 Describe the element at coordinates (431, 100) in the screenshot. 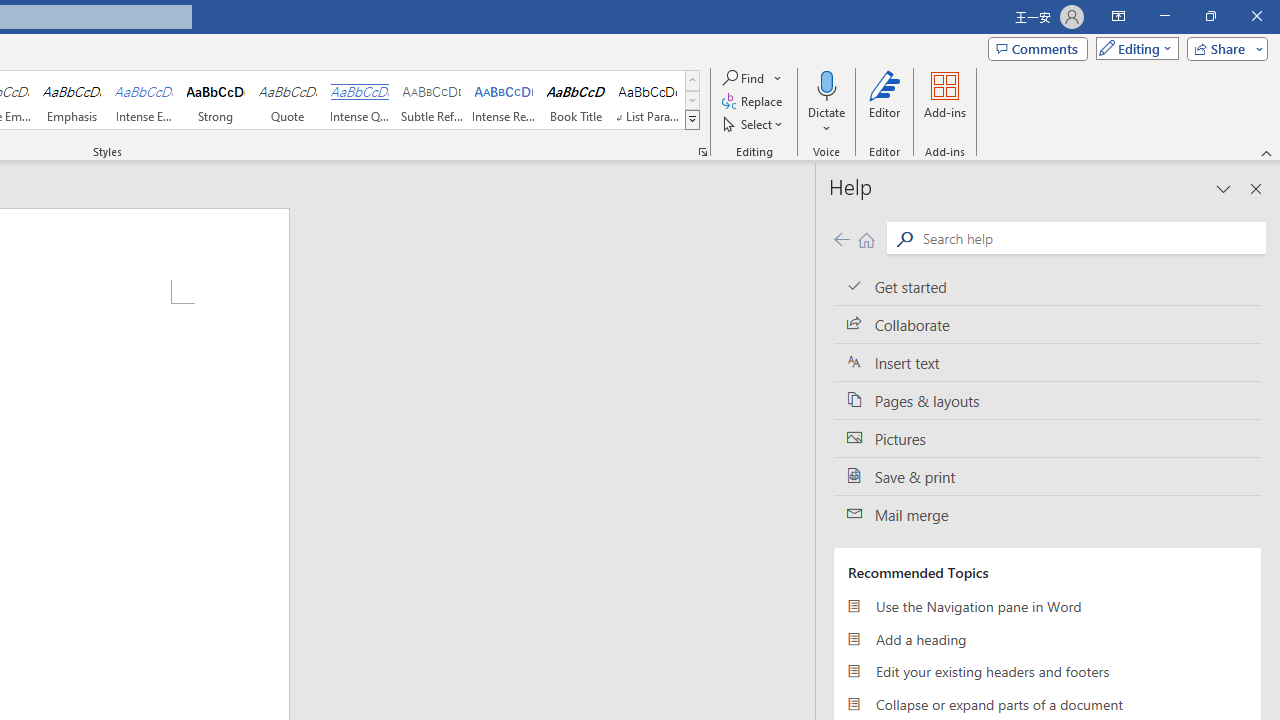

I see `'Subtle Reference'` at that location.